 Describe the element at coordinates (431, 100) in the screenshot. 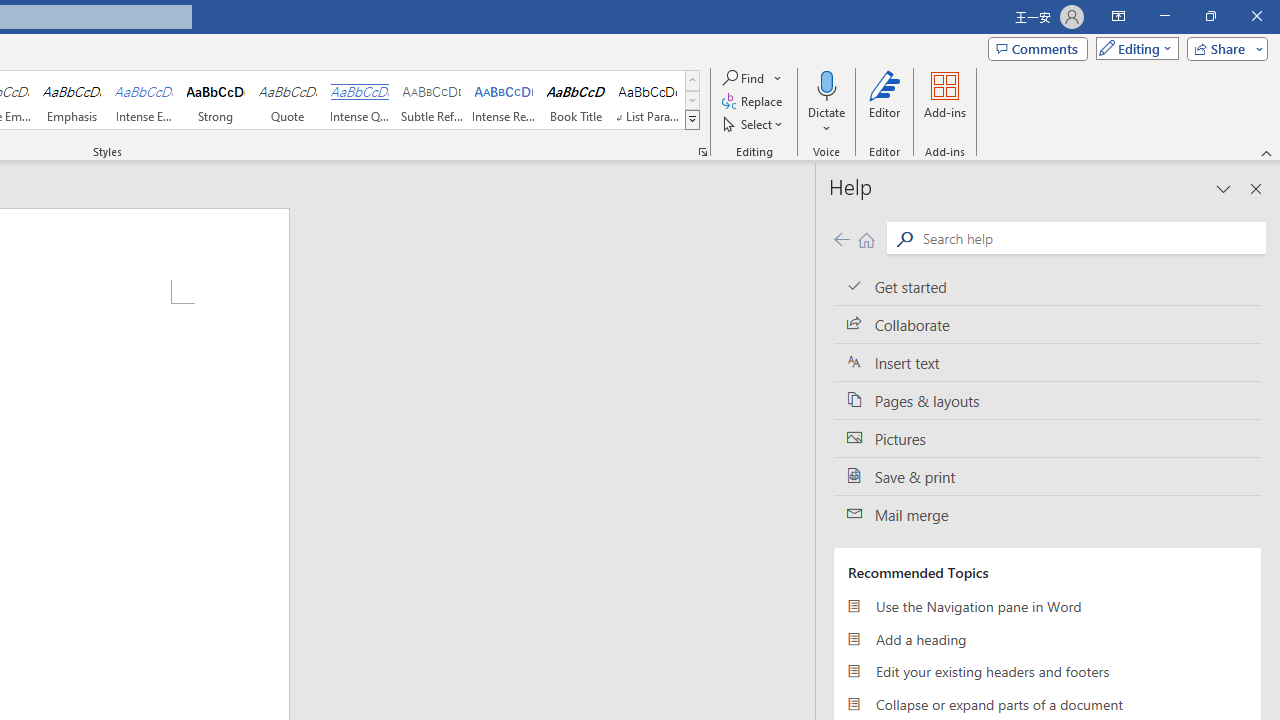

I see `'Subtle Reference'` at that location.